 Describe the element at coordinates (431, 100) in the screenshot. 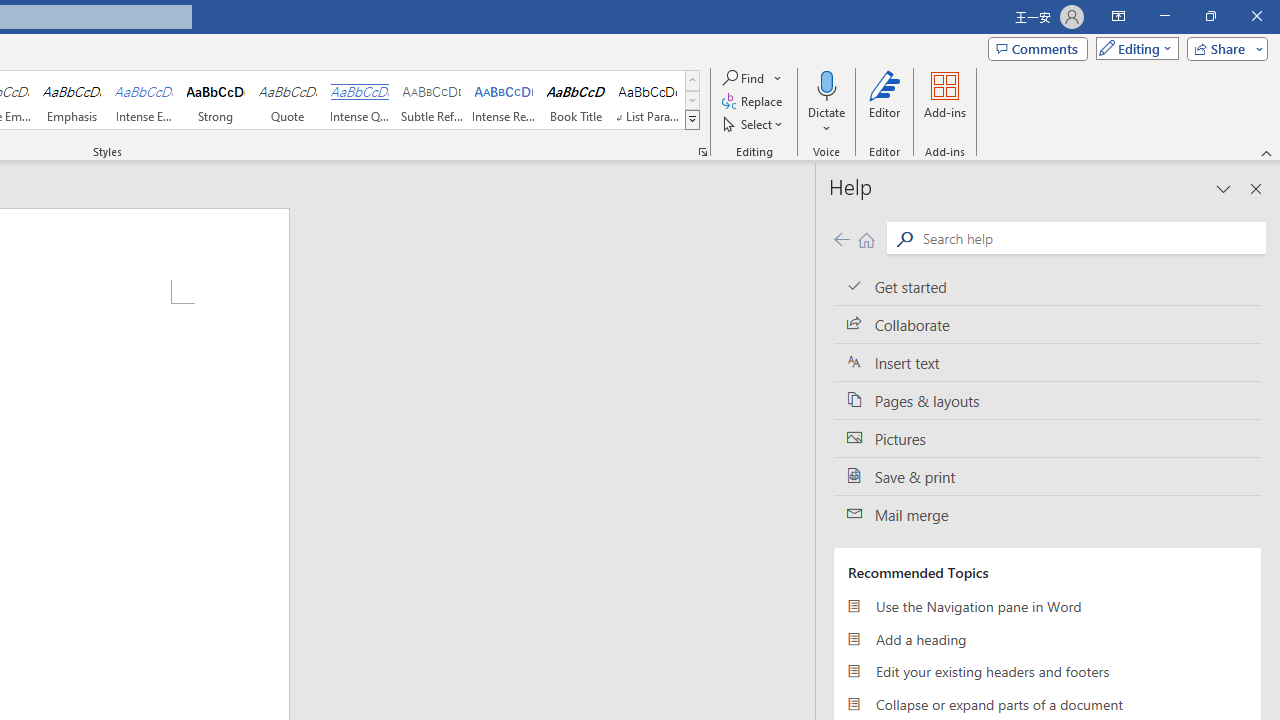

I see `'Subtle Reference'` at that location.